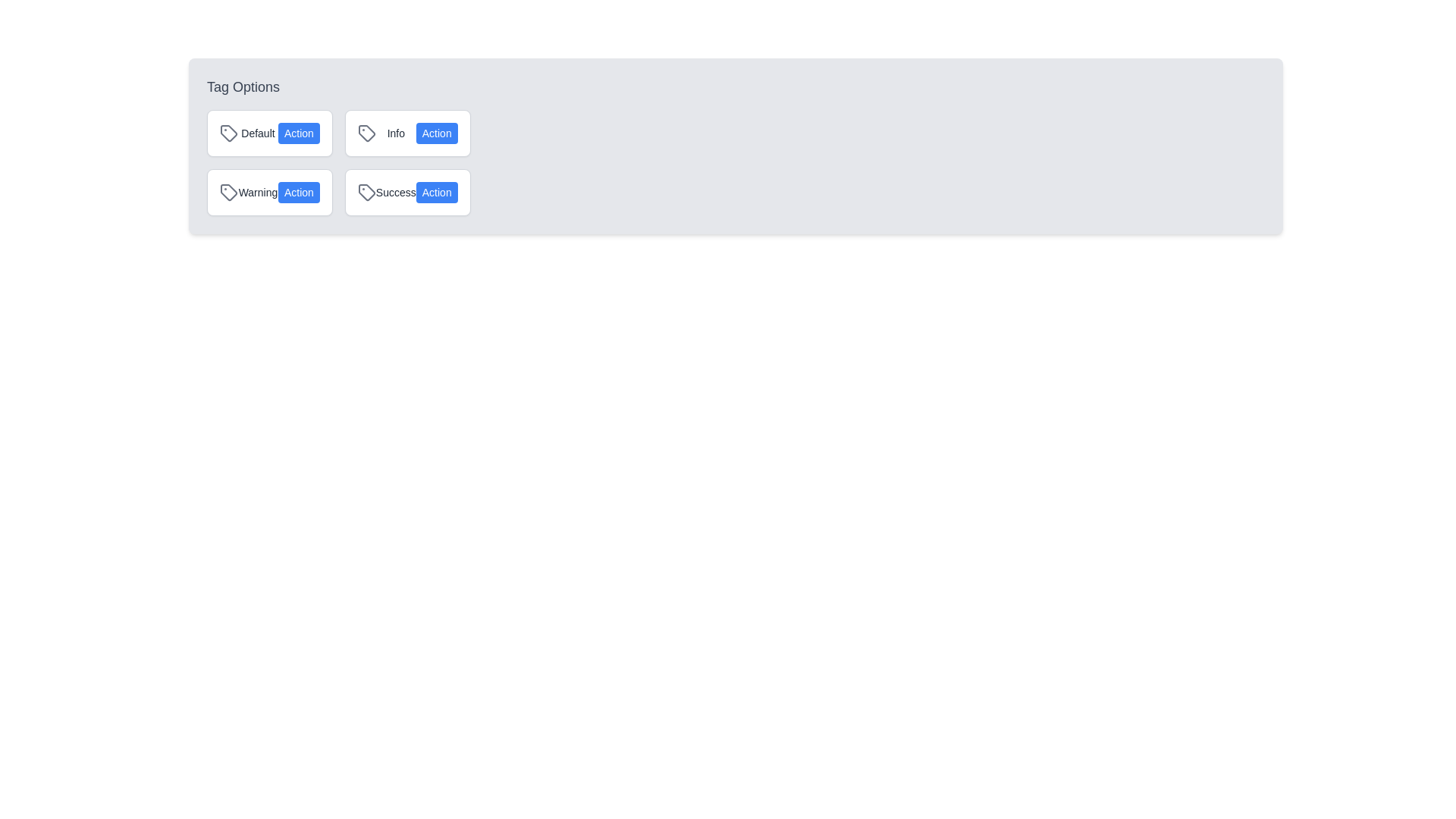 The image size is (1456, 819). What do you see at coordinates (228, 133) in the screenshot?
I see `the gray vector graphic icon resembling a tag symbol located within the 'Default' button group in the 'Tag Options' section` at bounding box center [228, 133].